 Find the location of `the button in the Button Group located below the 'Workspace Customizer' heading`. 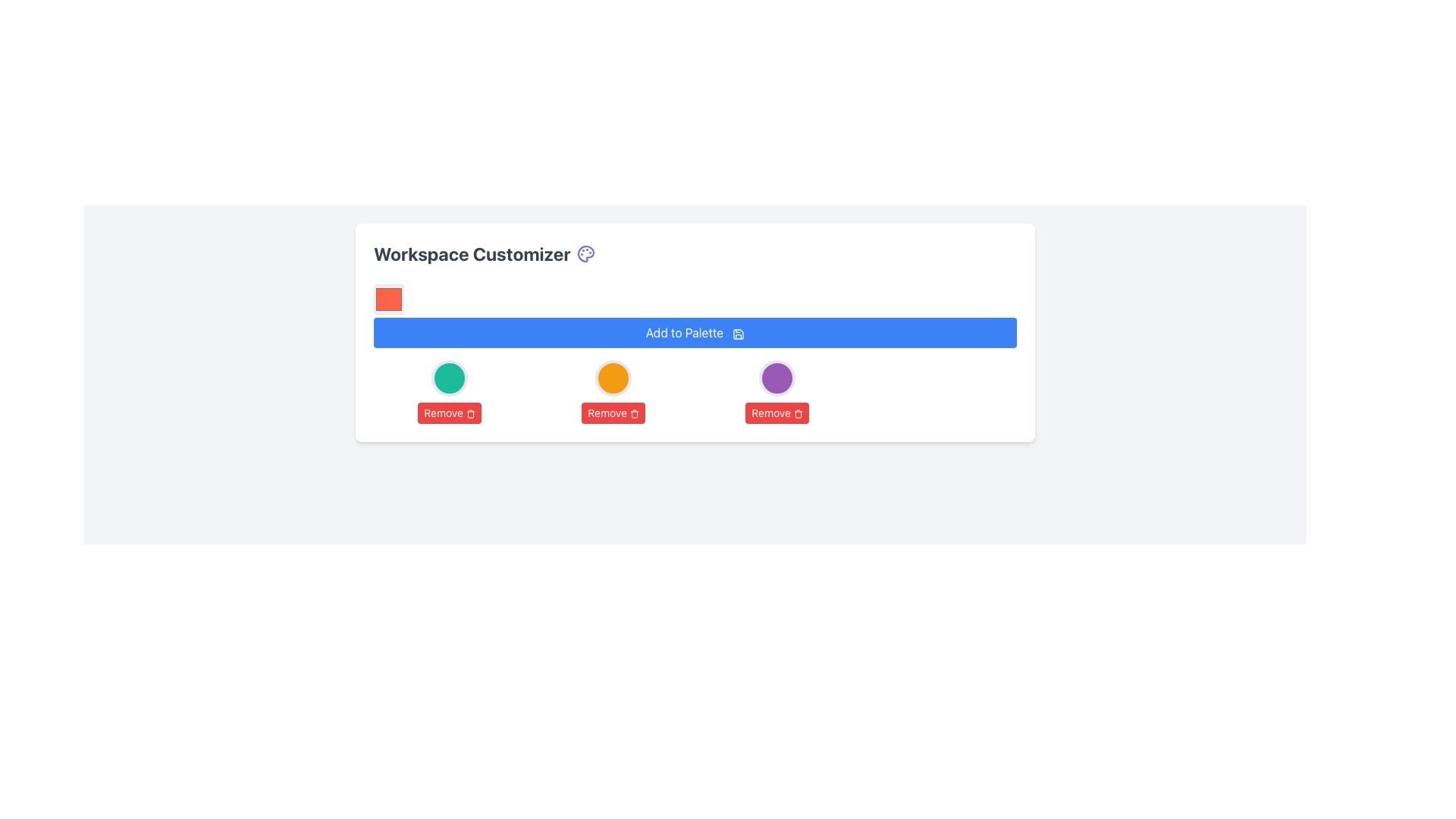

the button in the Button Group located below the 'Workspace Customizer' heading is located at coordinates (694, 353).